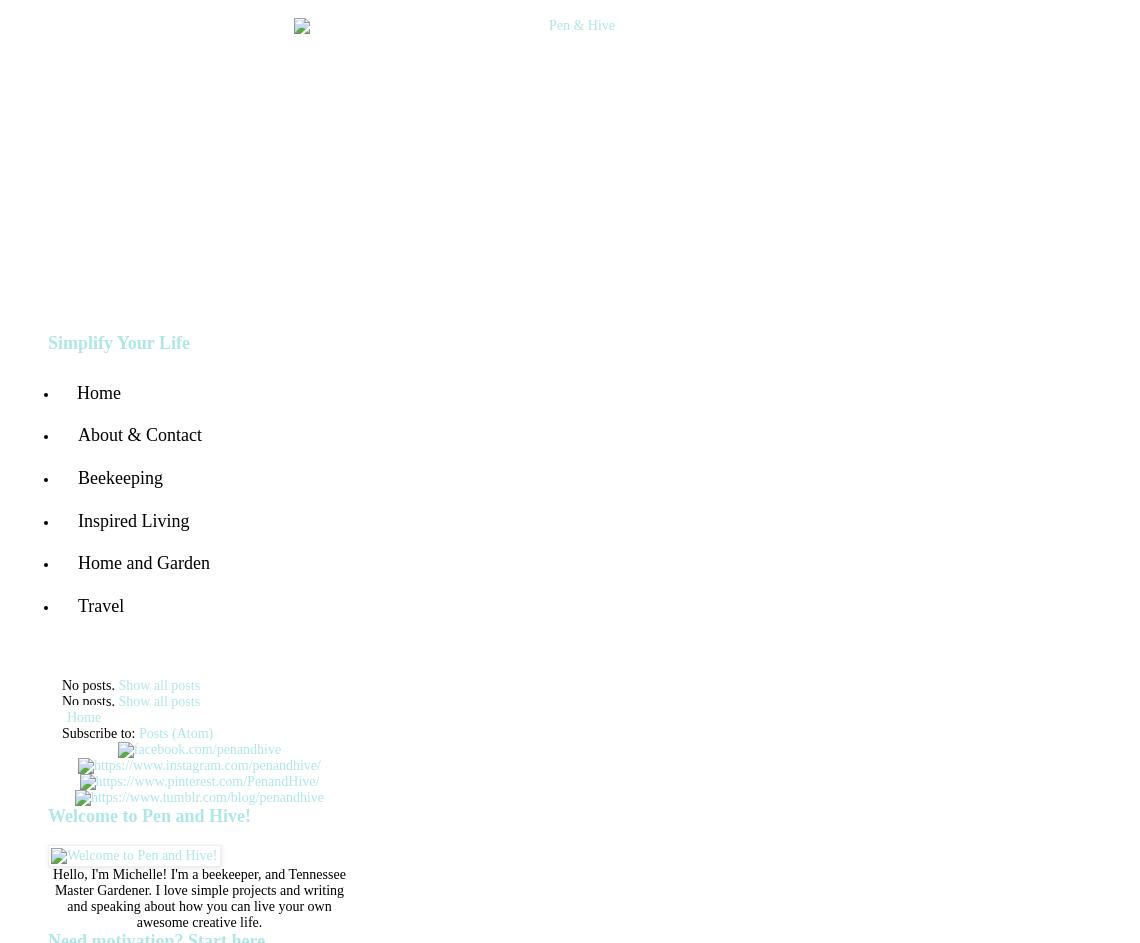  I want to click on 'Hello, I'm Michelle! I'm a beekeeper, and Tennessee Master Gardener. I love simple projects and writing and speaking  about how you can live your own awesome creative life.', so click(199, 896).